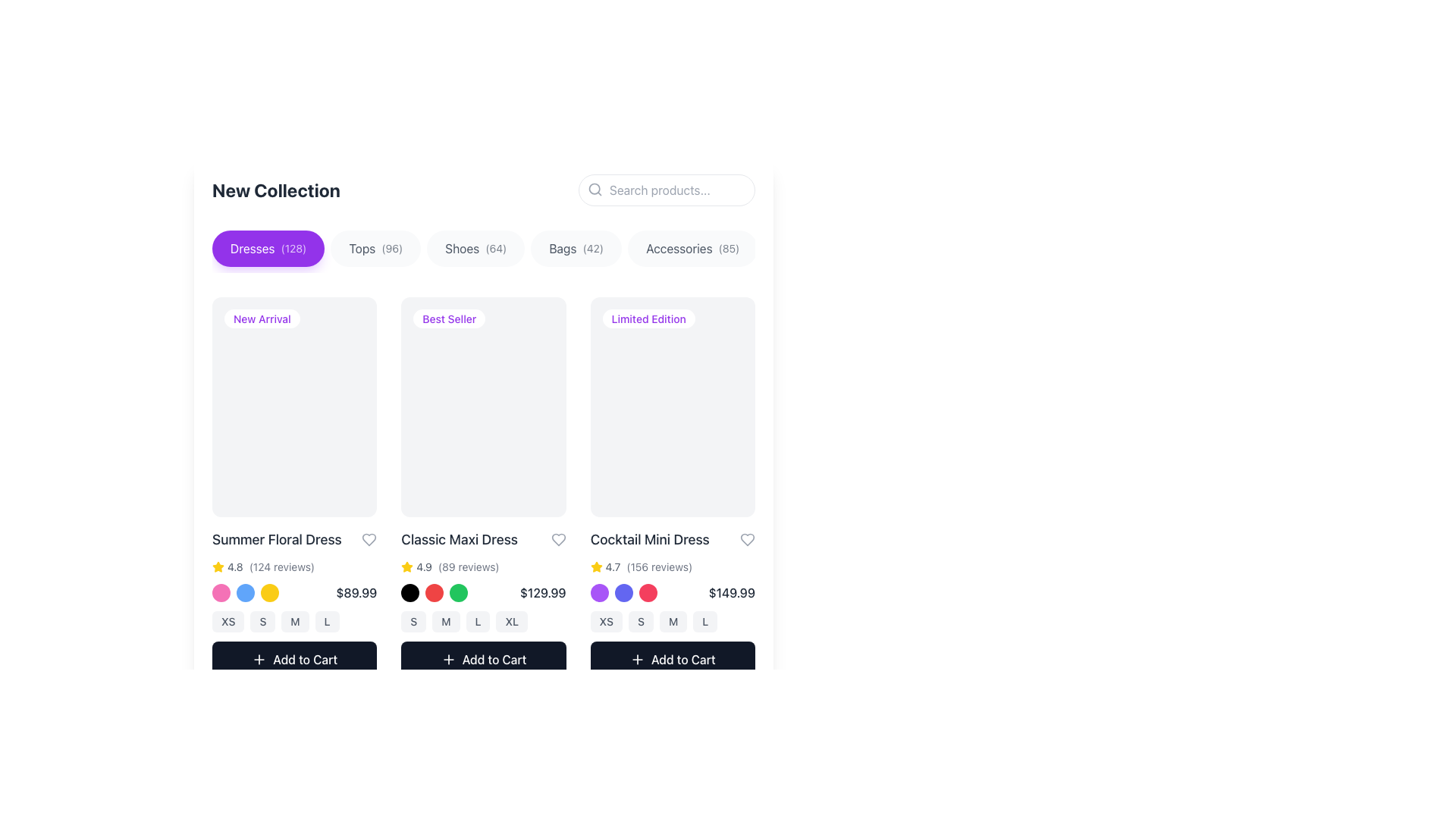 The image size is (1456, 819). What do you see at coordinates (461, 247) in the screenshot?
I see `the product category text label that serves as a filter tab for the display, located centrally in the horizontal row of category tabs under the 'New Collection' header` at bounding box center [461, 247].